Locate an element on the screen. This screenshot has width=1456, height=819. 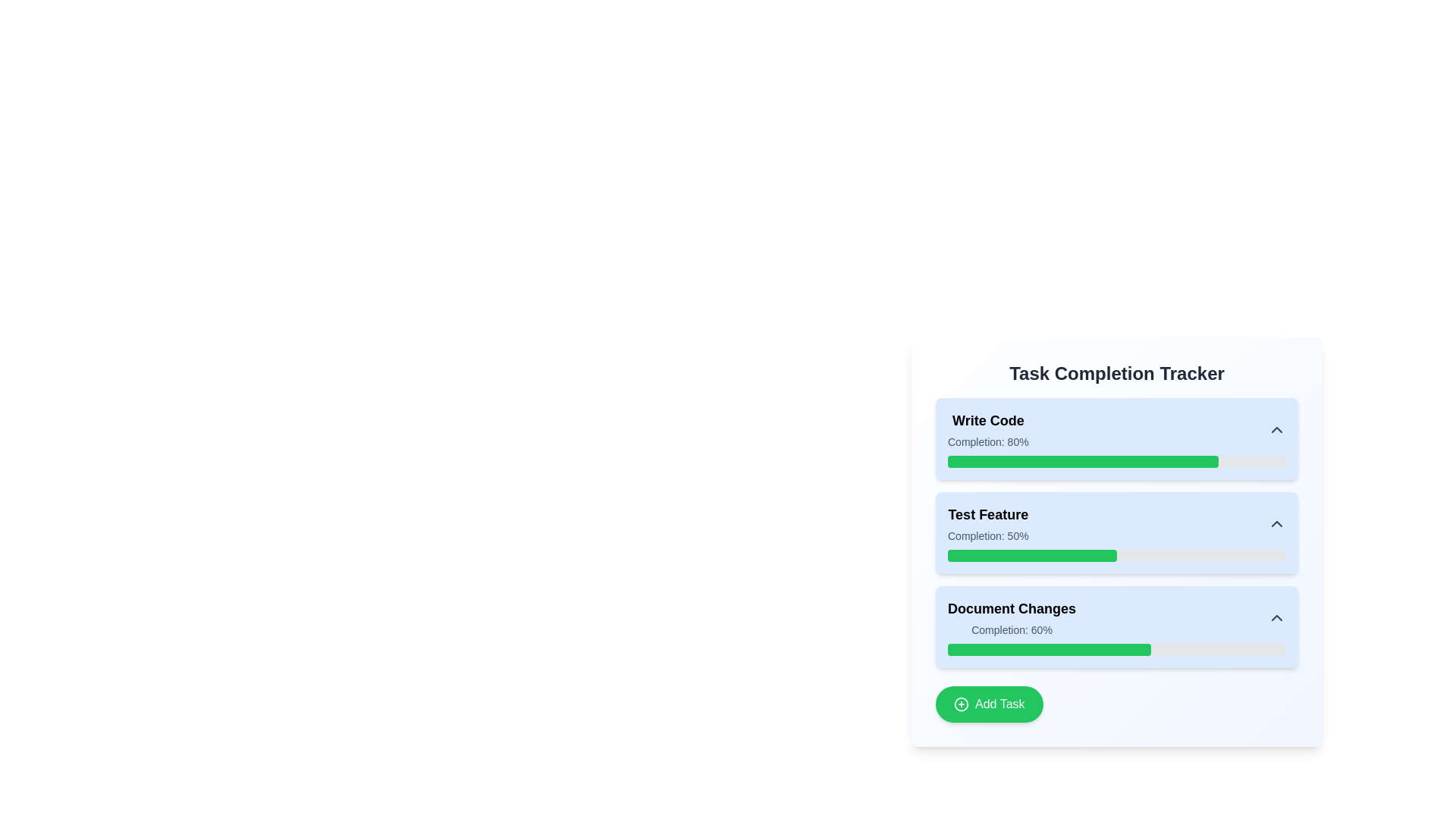
the header text label that indicates the purpose of the section for tracking task completion status is located at coordinates (1117, 374).